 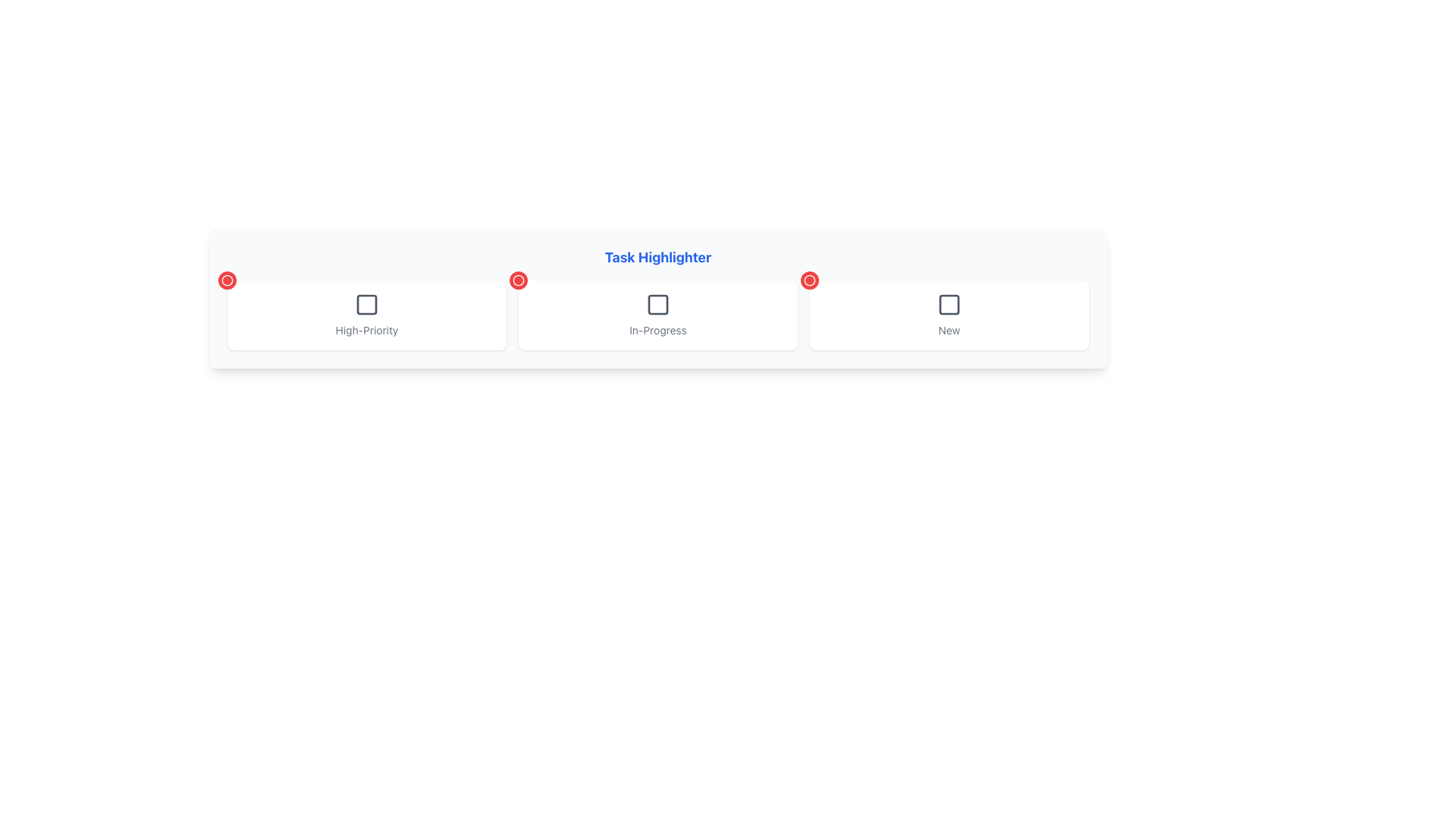 What do you see at coordinates (949, 329) in the screenshot?
I see `the text label that describes the checkbox above it, located in the third column with a rounded white background and shadow` at bounding box center [949, 329].